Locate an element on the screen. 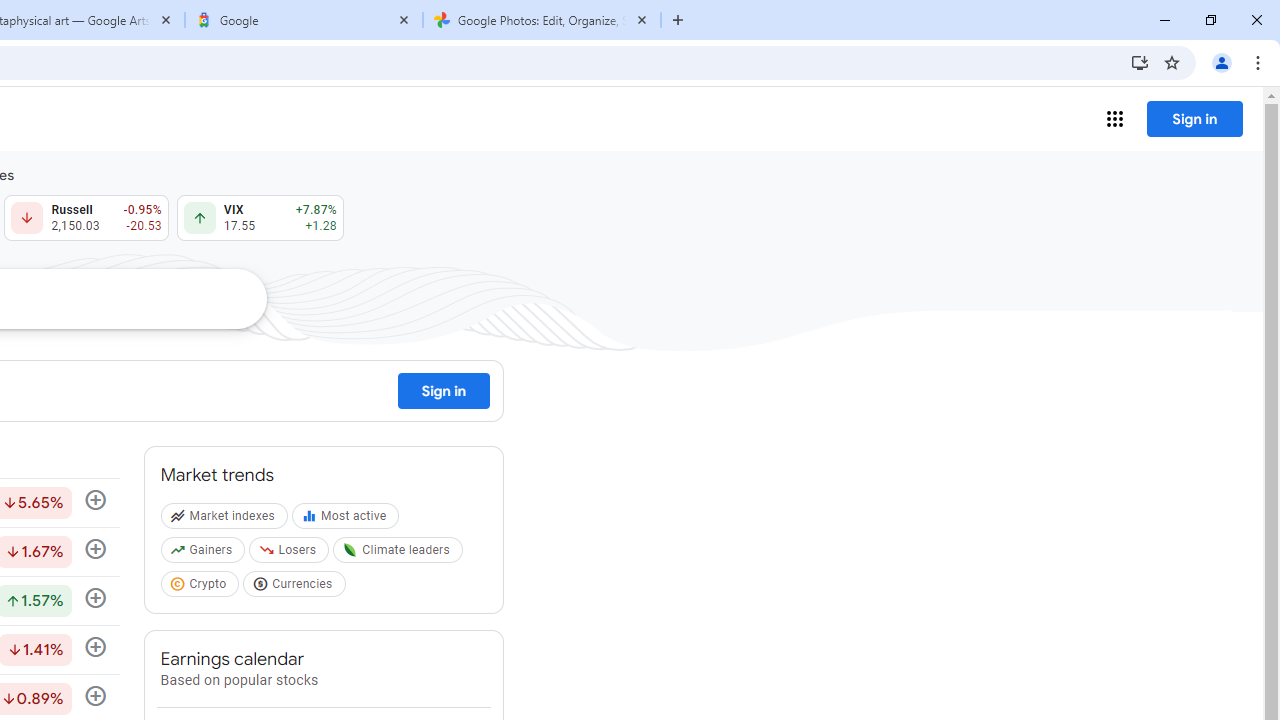 This screenshot has width=1280, height=720. 'Russell 2,150.03 Down by 0.95% -20.53' is located at coordinates (85, 218).